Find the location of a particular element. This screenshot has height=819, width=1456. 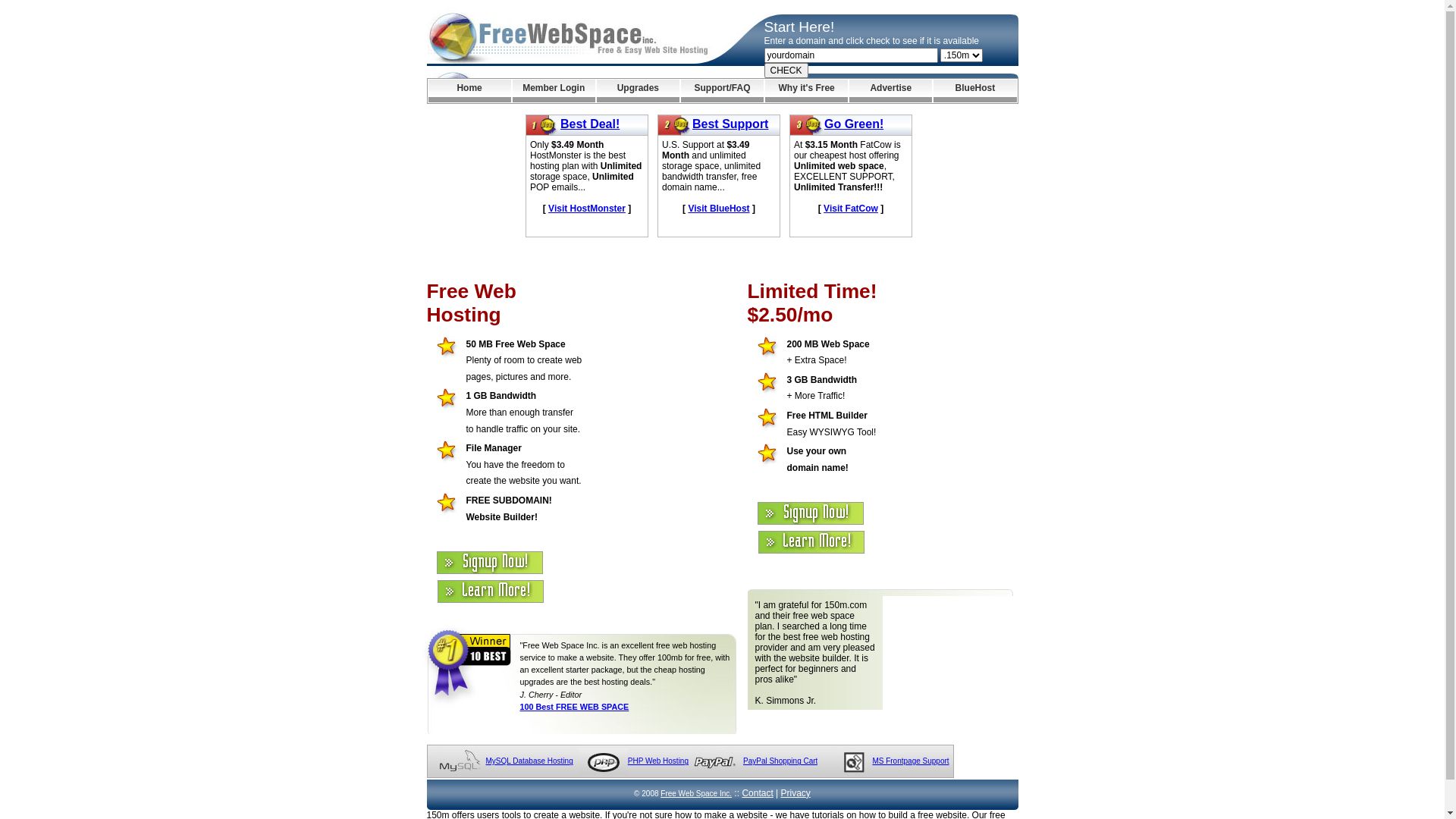

'PHP Web Hosting' is located at coordinates (628, 761).